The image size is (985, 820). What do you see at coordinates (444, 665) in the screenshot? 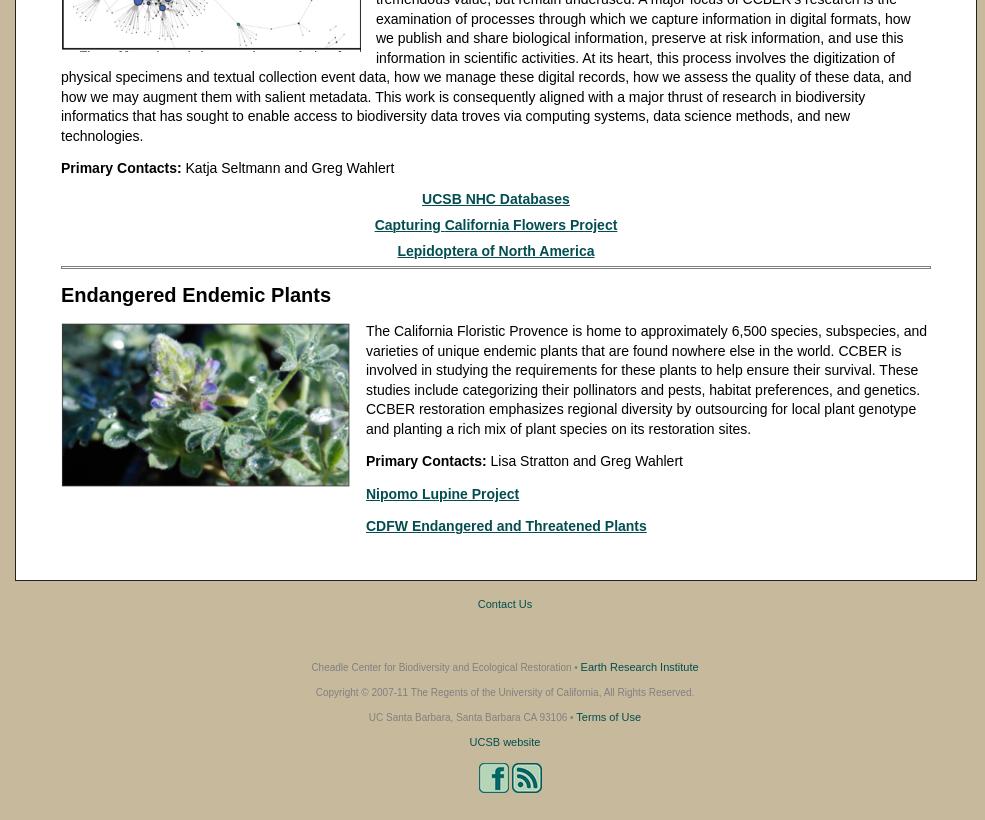
I see `'Cheadle Center for Biodiversity and Ecological Restoration •'` at bounding box center [444, 665].